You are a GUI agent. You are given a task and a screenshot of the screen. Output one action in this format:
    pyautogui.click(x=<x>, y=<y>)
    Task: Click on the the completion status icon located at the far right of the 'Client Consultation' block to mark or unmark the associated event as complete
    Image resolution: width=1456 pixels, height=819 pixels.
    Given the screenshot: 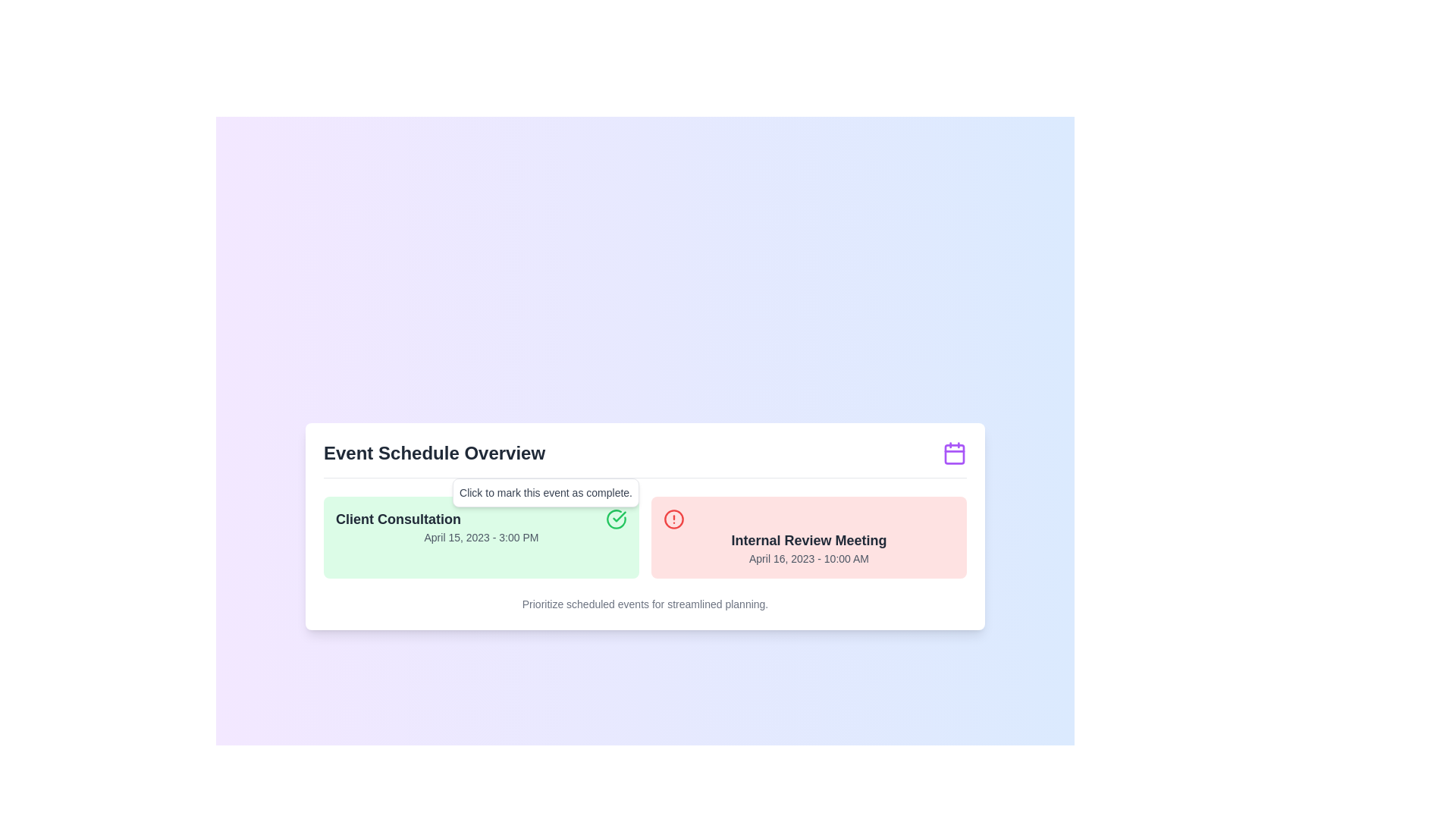 What is the action you would take?
    pyautogui.click(x=616, y=517)
    